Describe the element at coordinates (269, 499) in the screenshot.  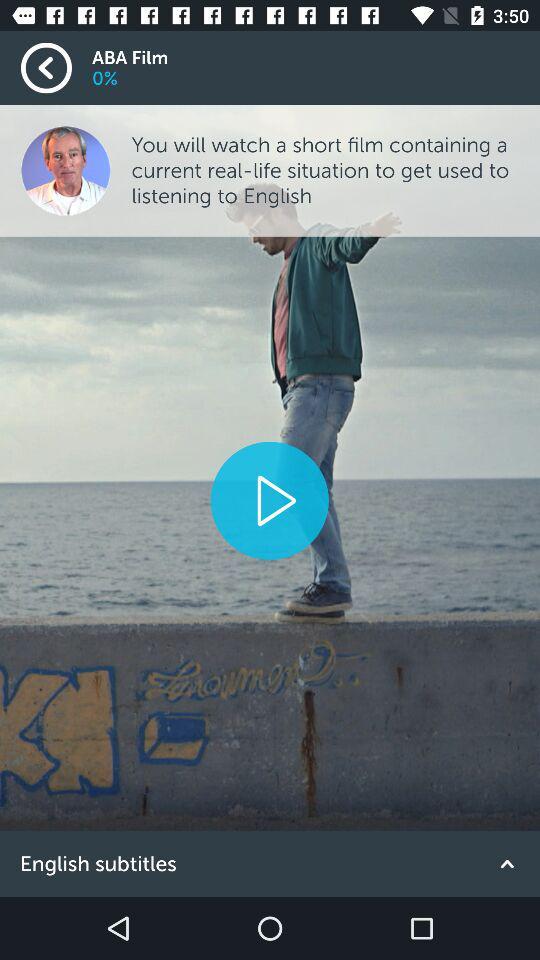
I see `item above the no subtitles` at that location.